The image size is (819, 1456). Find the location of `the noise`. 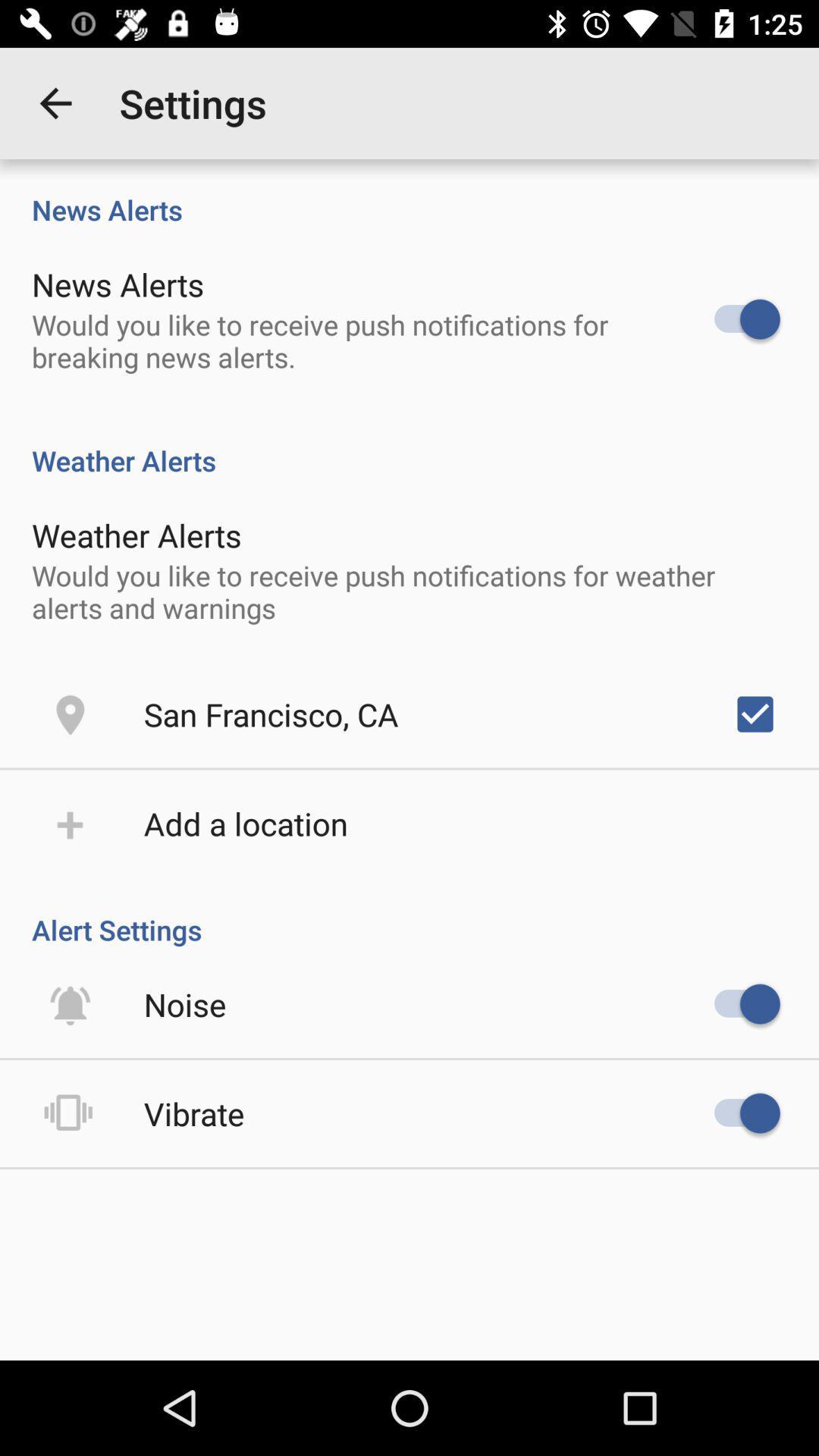

the noise is located at coordinates (184, 1004).